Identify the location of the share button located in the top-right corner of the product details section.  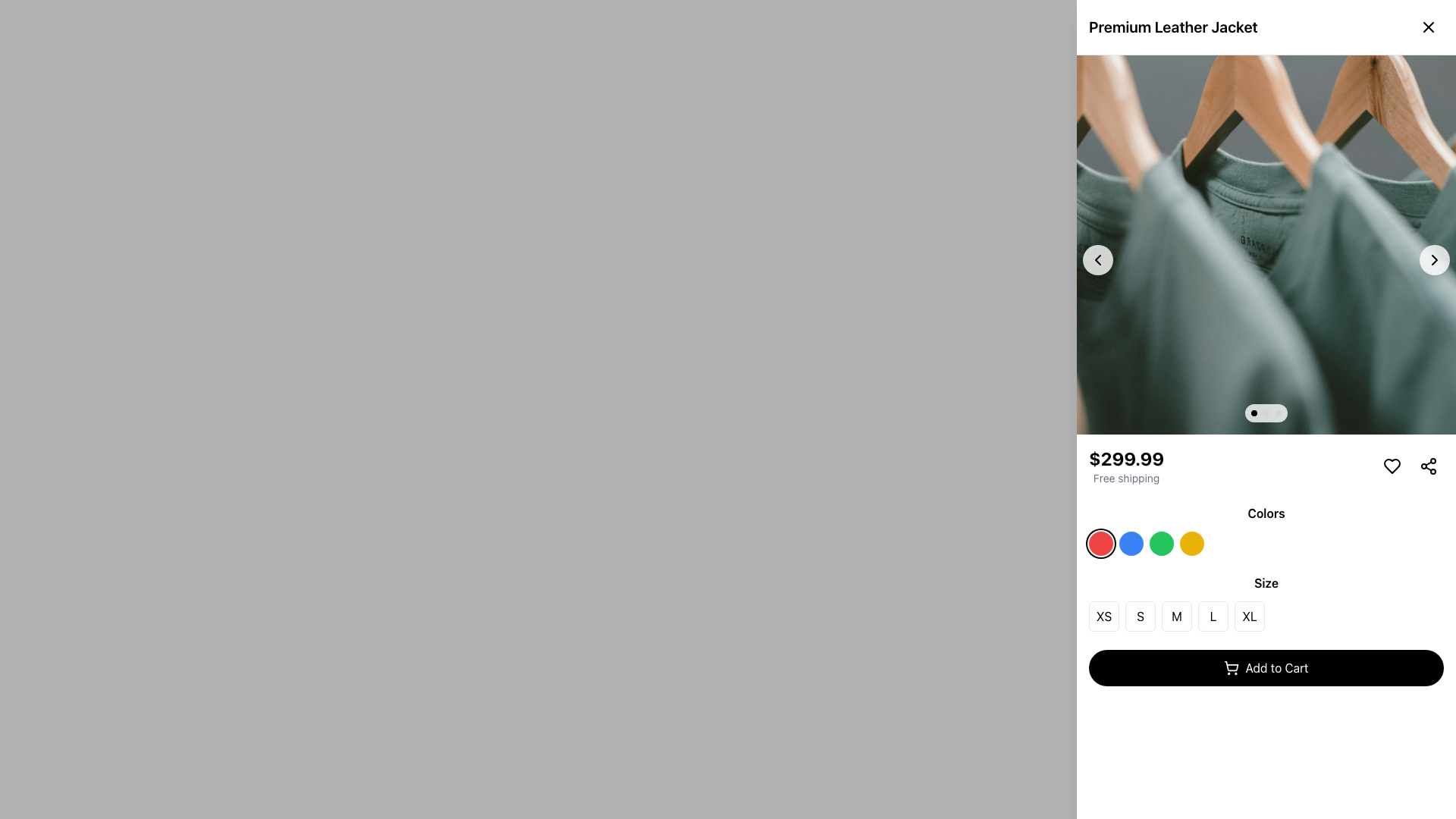
(1427, 465).